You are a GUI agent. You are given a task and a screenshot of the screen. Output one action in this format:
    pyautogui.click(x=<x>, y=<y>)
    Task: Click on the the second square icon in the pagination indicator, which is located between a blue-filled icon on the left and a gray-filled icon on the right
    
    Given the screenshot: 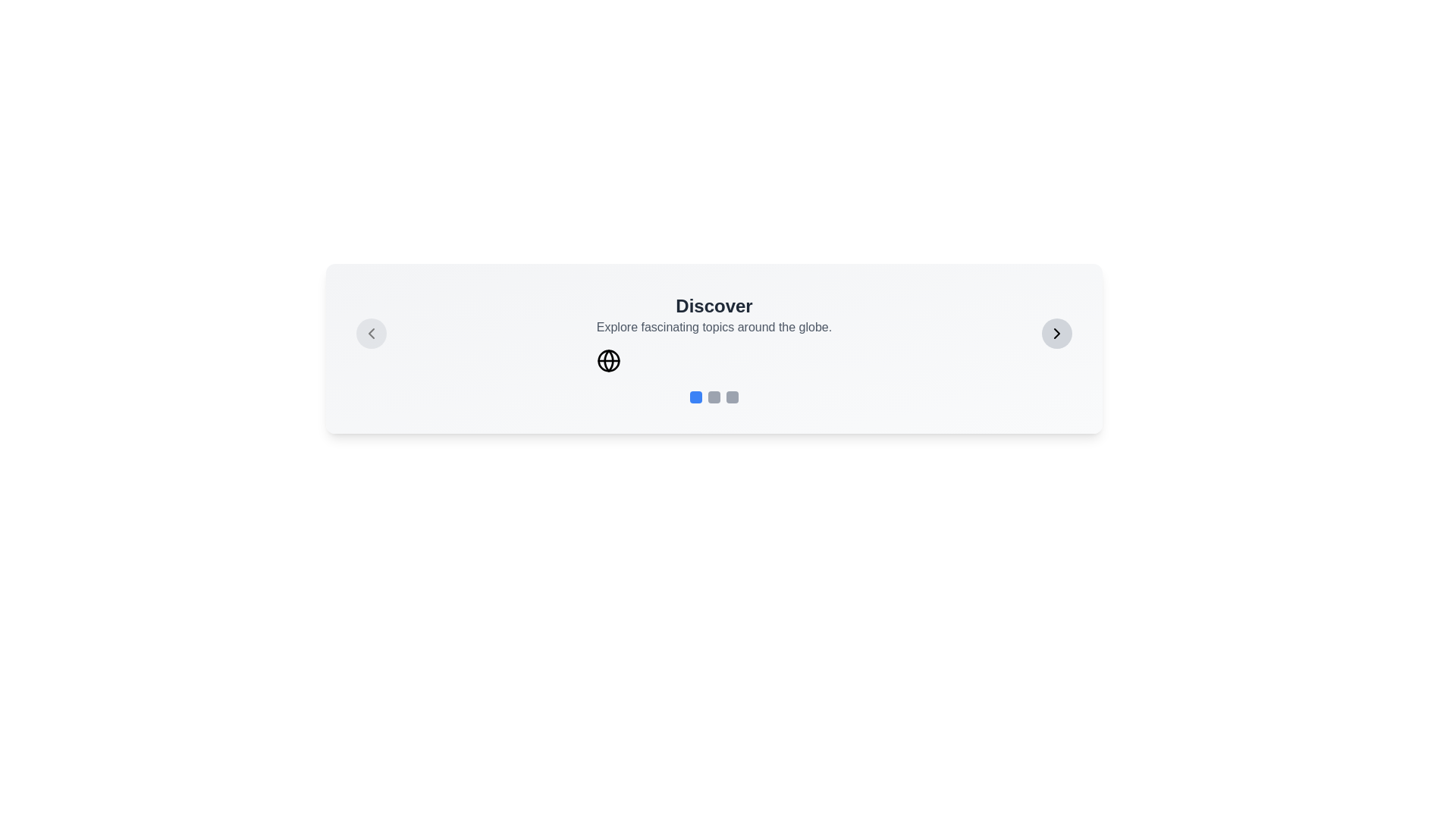 What is the action you would take?
    pyautogui.click(x=713, y=397)
    